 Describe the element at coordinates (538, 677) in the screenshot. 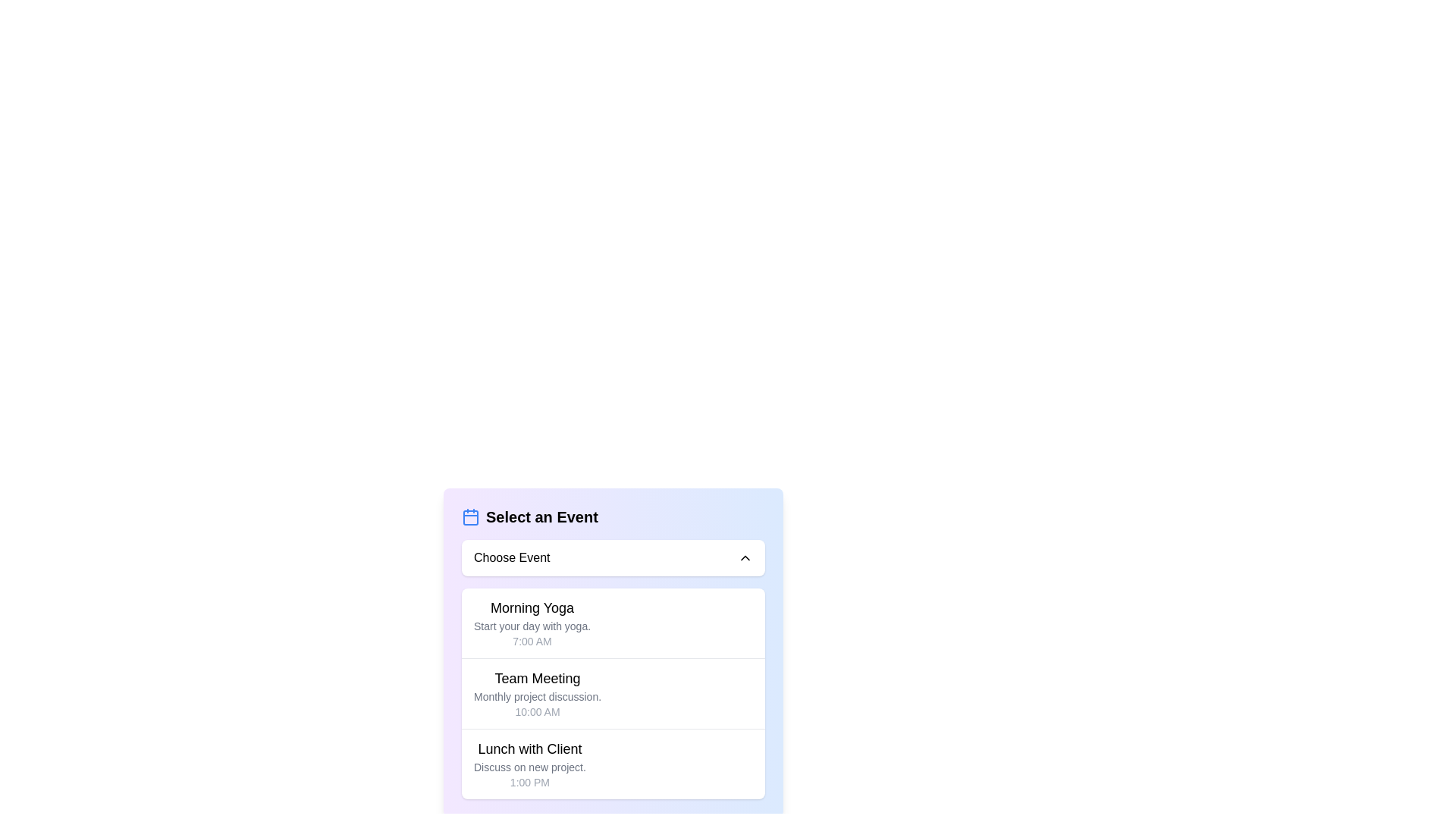

I see `the text element 'Team Meeting', which is styled in bold and positioned prominently above other descriptive texts and time details` at that location.